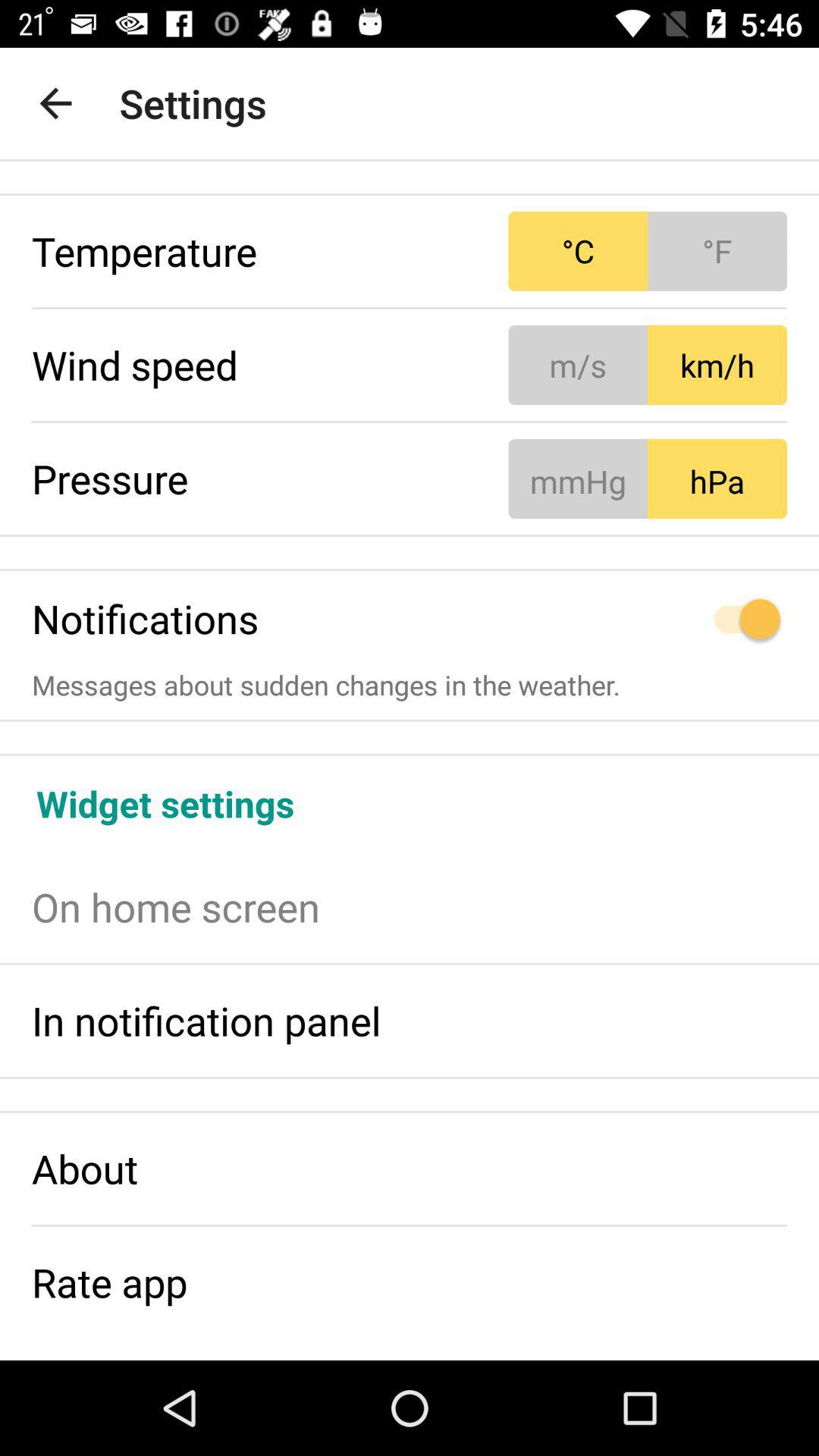  What do you see at coordinates (648, 251) in the screenshot?
I see `the item to the right of the temperature` at bounding box center [648, 251].